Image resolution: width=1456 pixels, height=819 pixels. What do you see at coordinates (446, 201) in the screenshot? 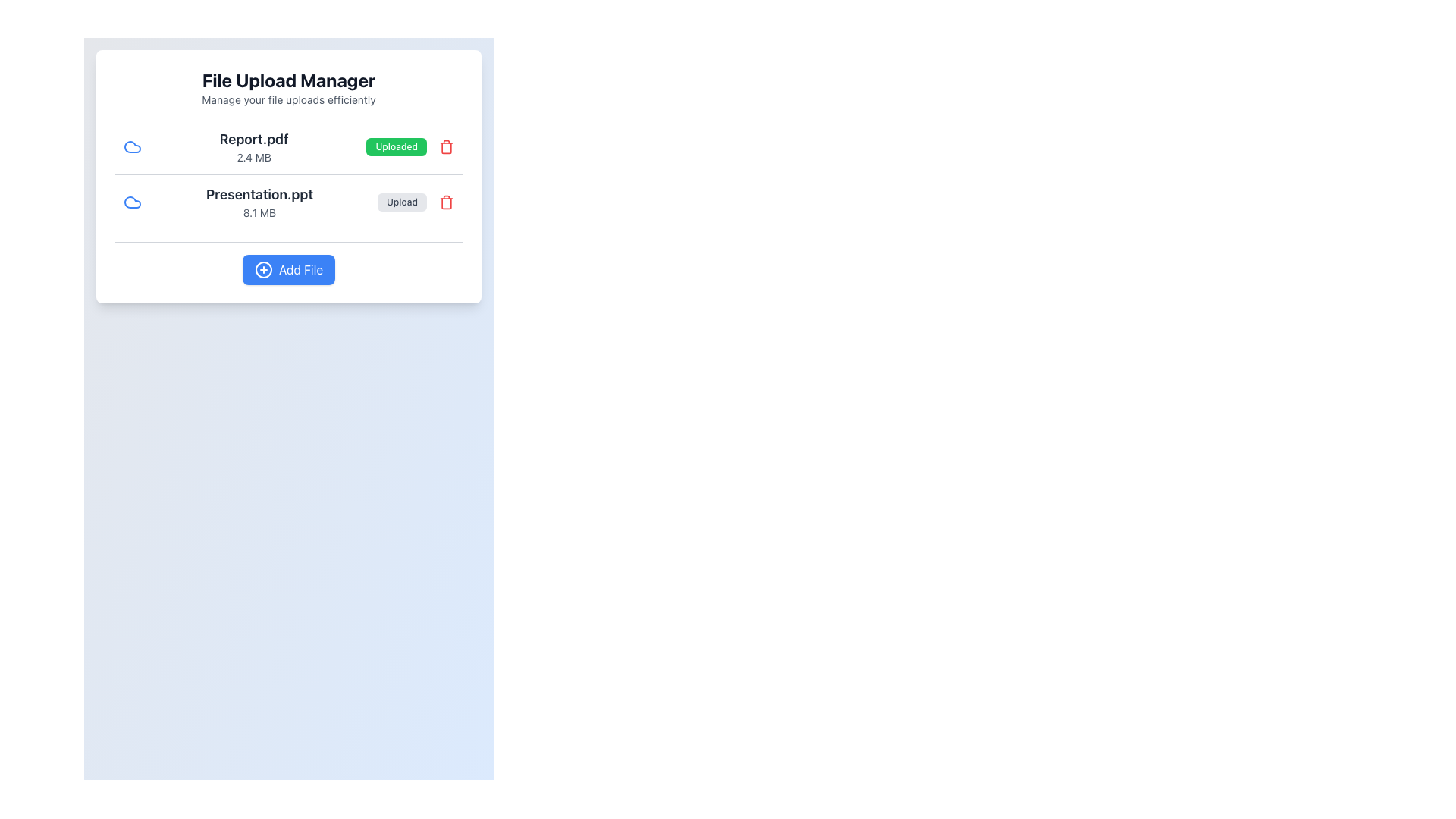
I see `the delete button located to the far right of the 'Presentation.ppt' entry in the 'File Upload Manager' interface` at bounding box center [446, 201].